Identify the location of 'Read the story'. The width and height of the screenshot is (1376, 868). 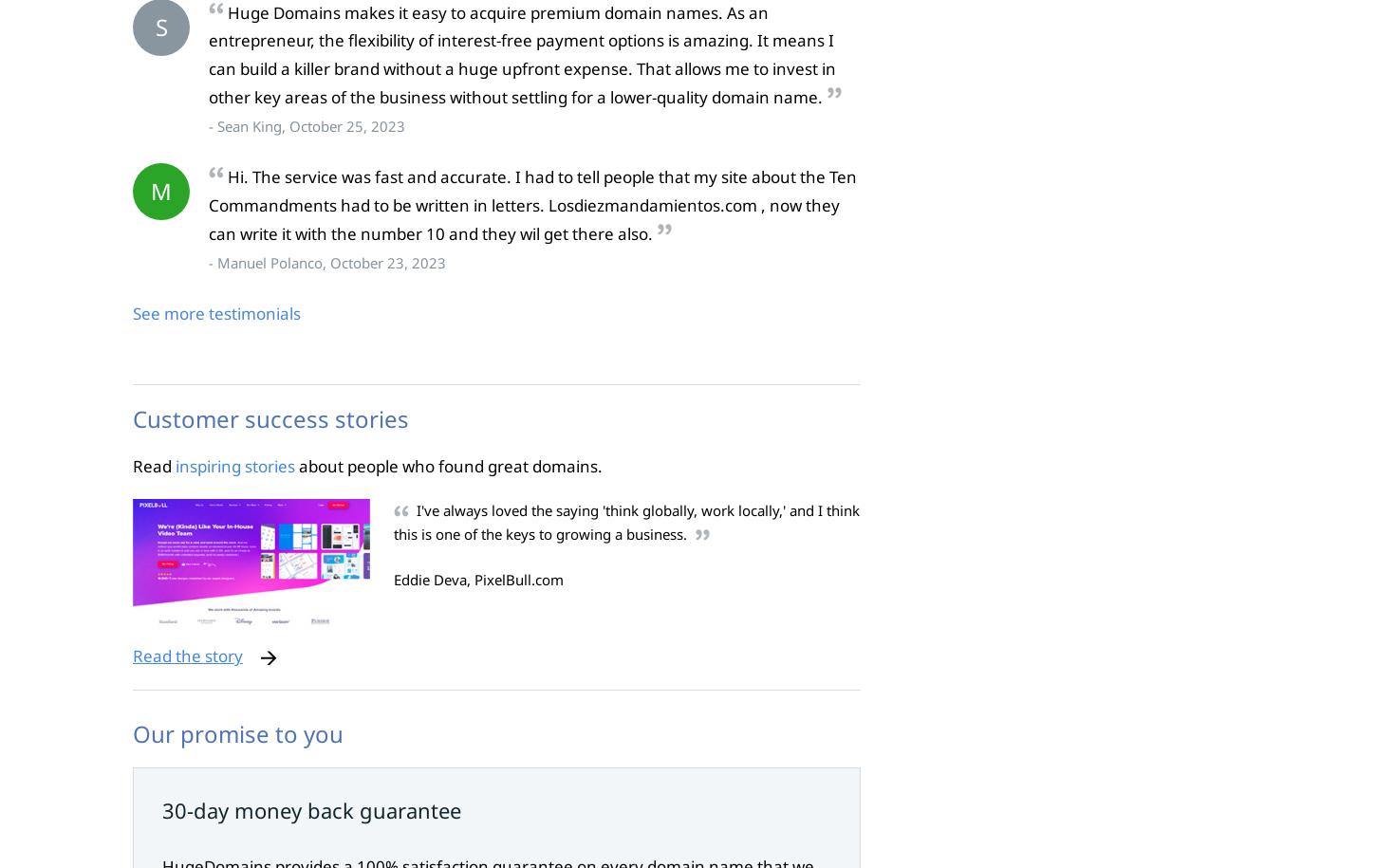
(187, 655).